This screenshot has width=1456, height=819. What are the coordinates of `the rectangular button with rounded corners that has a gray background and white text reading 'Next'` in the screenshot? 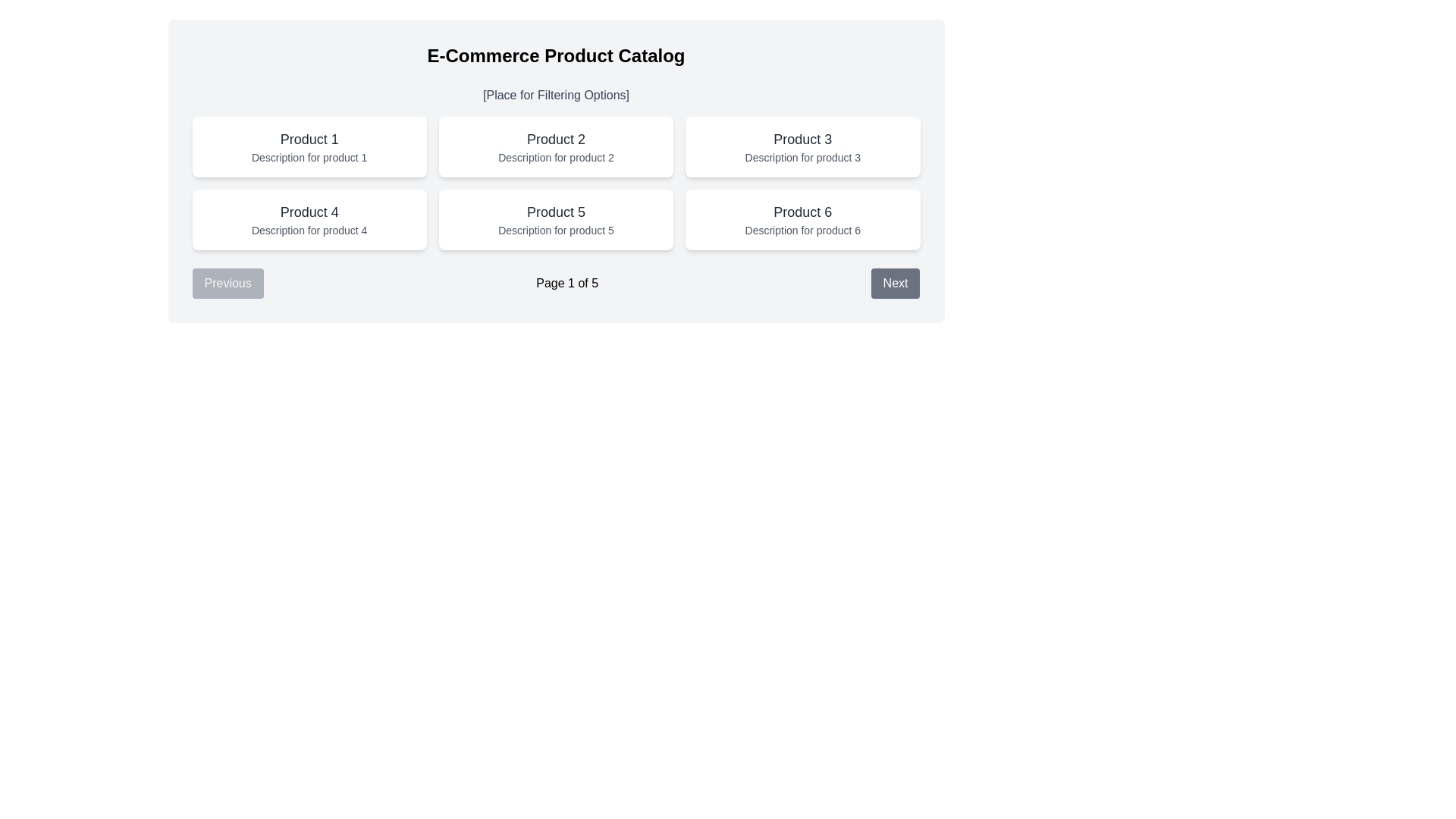 It's located at (895, 284).